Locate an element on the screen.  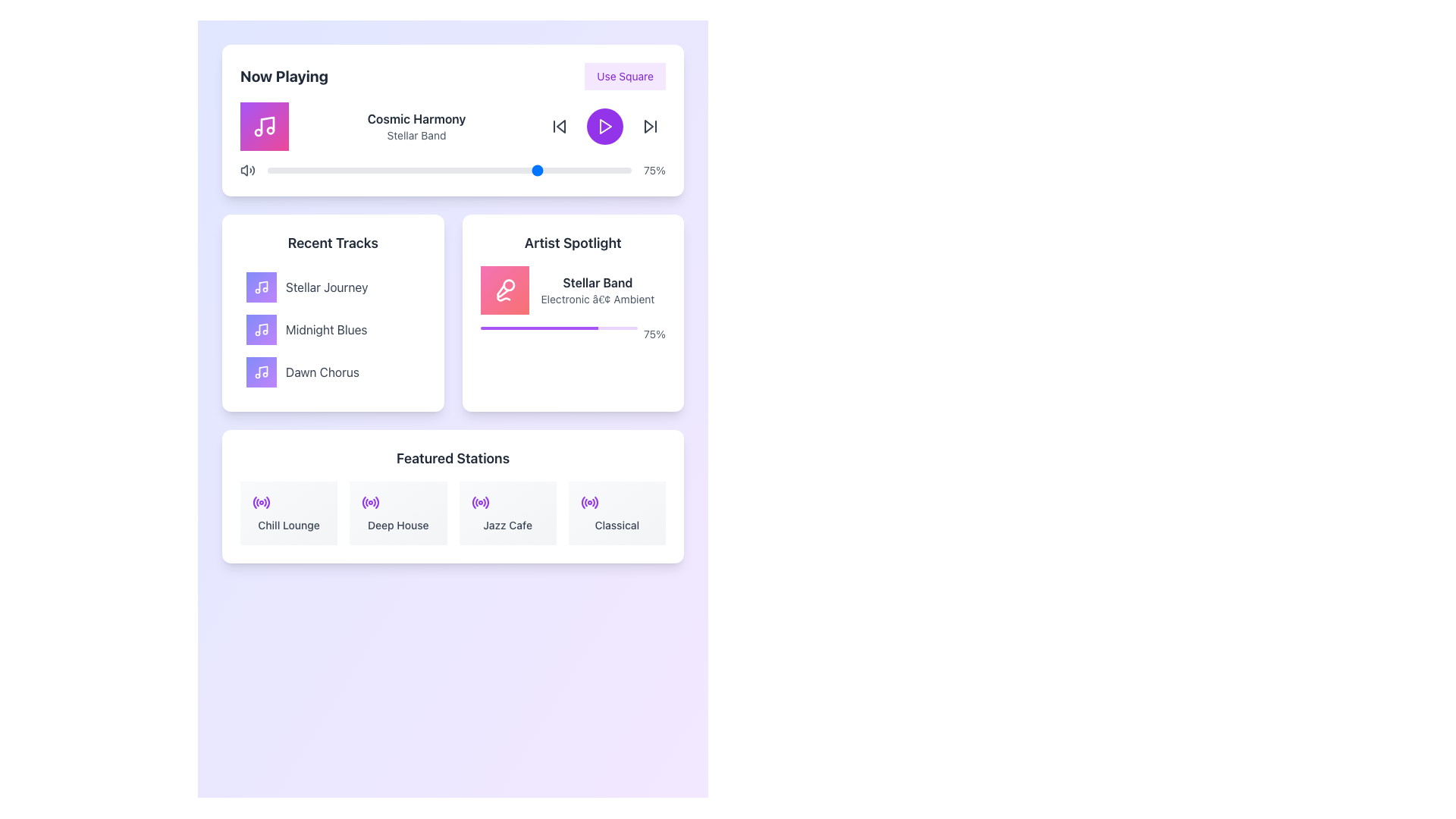
the first arc of the concentric semi-circles in the 'Featured Stations' section of the SVG graphic is located at coordinates (255, 503).